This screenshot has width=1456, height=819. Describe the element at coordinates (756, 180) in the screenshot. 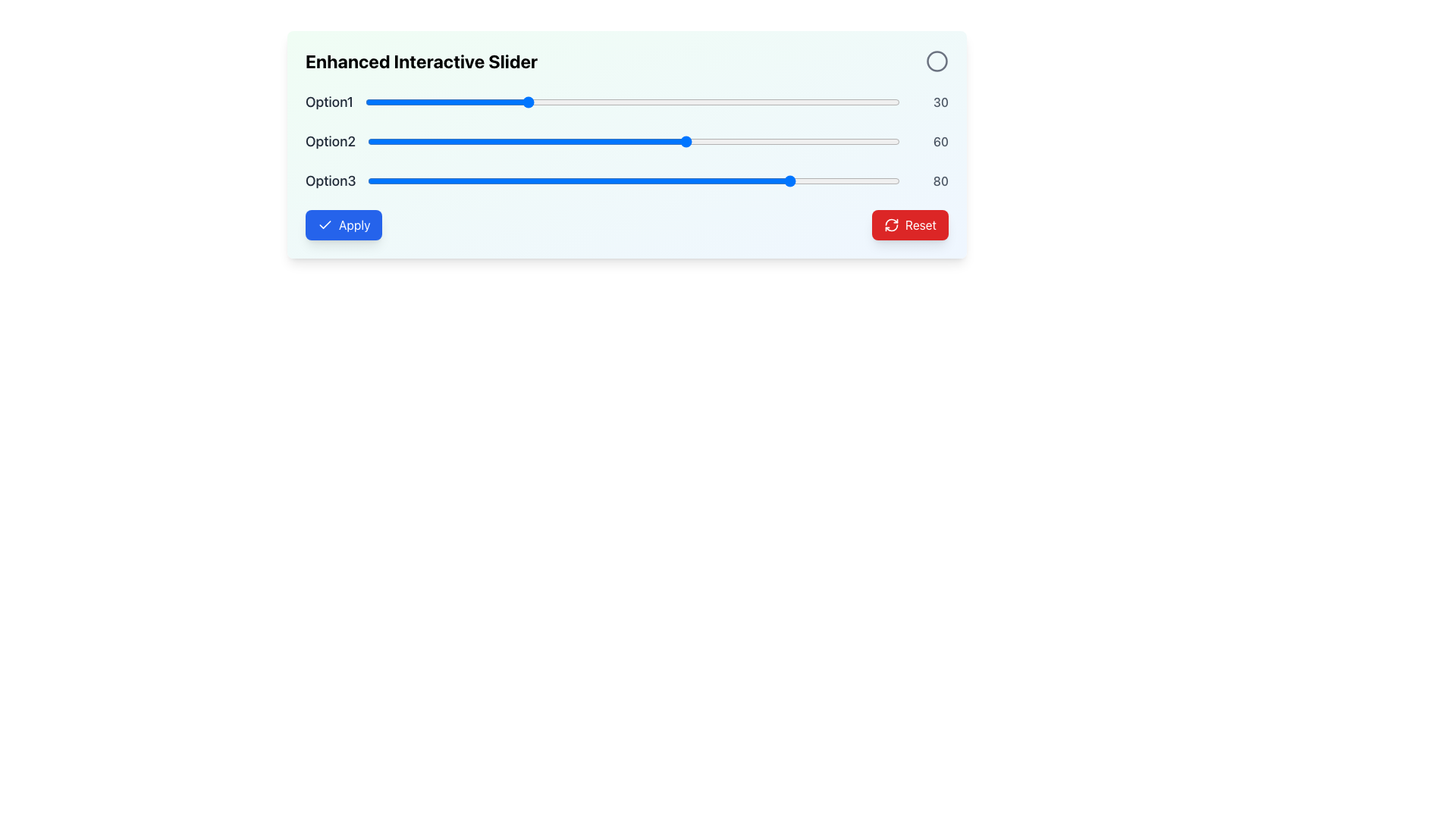

I see `the slider` at that location.